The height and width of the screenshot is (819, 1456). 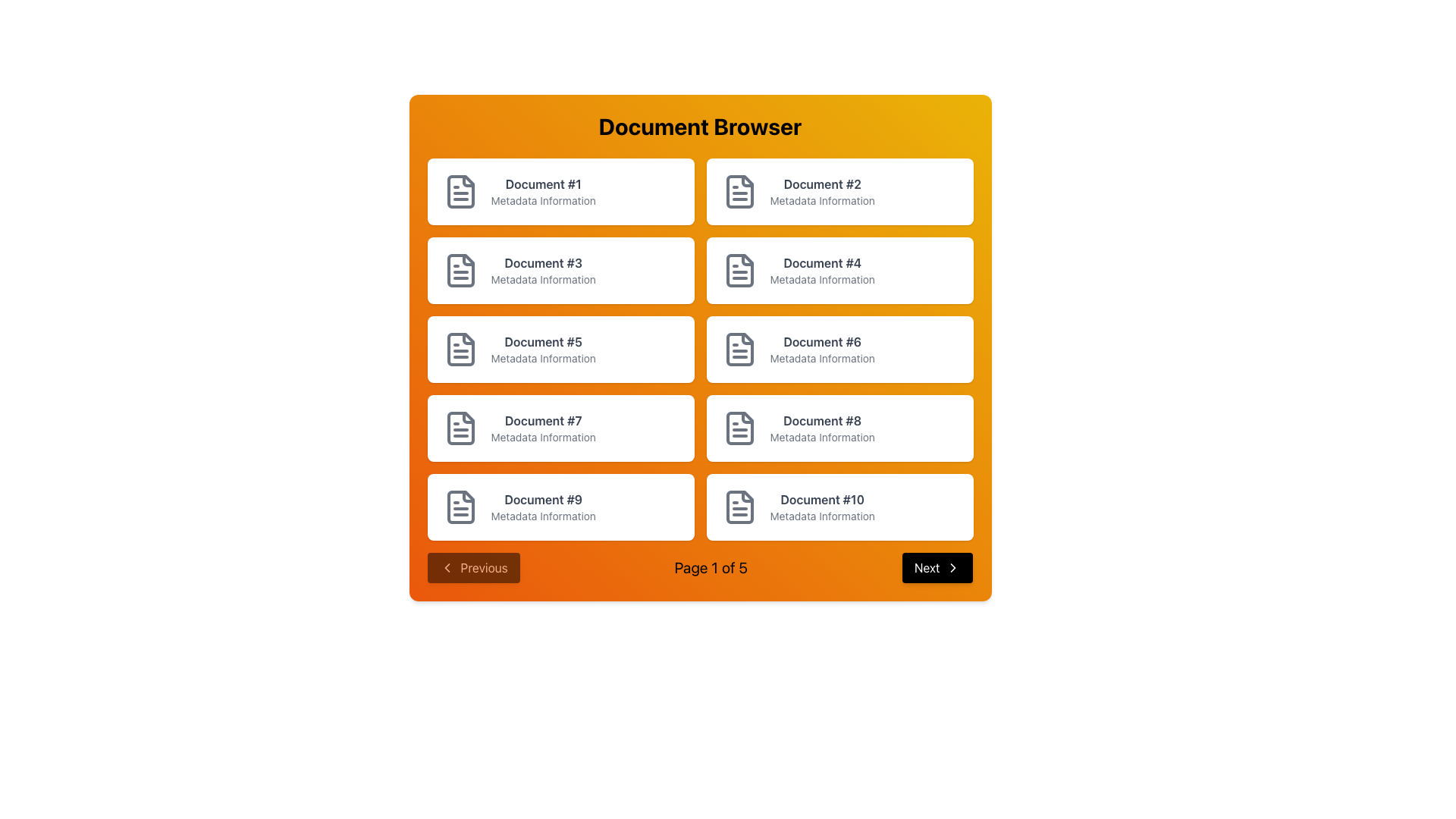 I want to click on the visual state of the small left-pointing chevron icon located within the 'Previous' navigation button at the bottom left corner of the interface, so click(x=446, y=567).